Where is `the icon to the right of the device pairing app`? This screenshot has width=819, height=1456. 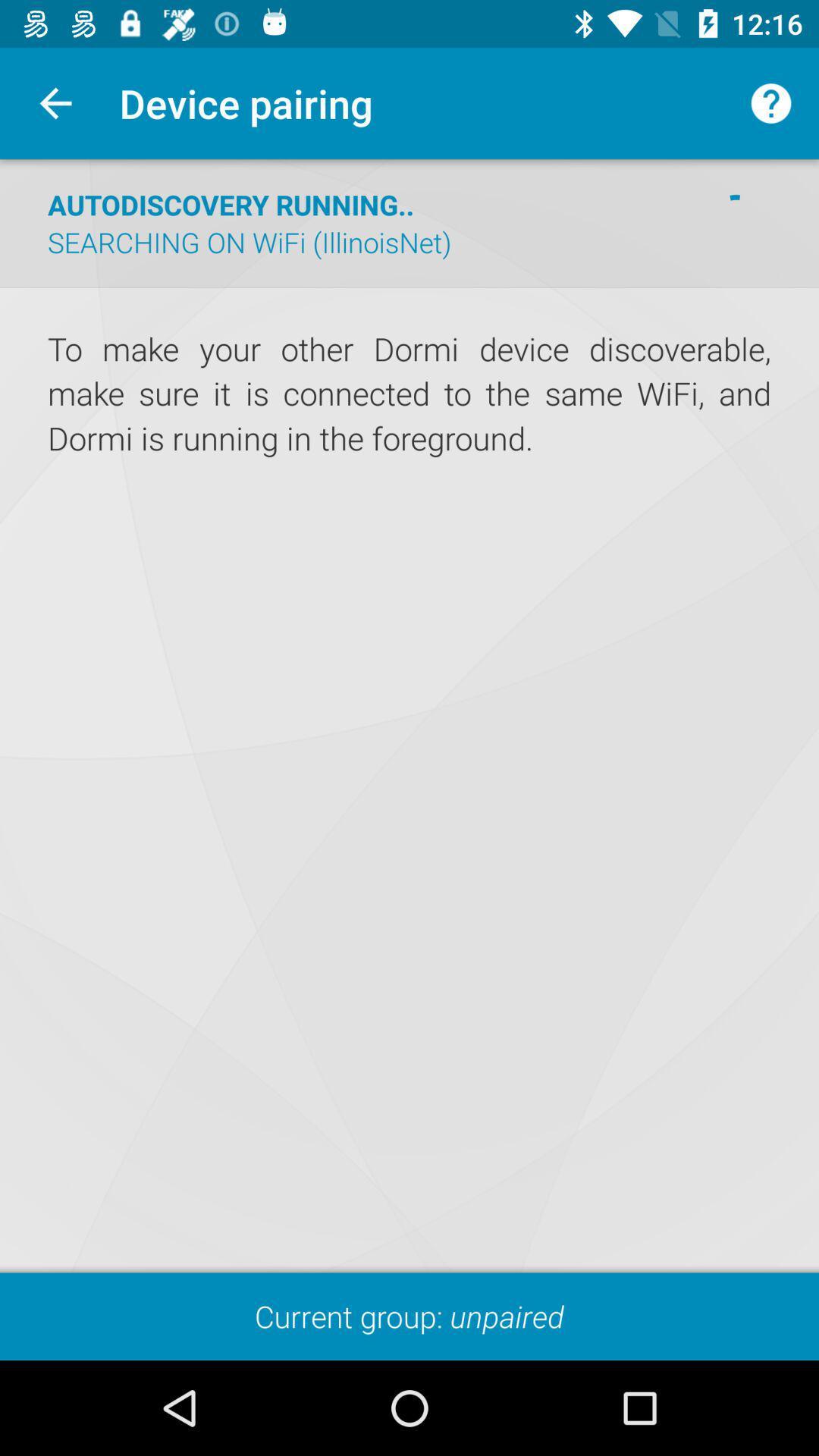 the icon to the right of the device pairing app is located at coordinates (771, 102).